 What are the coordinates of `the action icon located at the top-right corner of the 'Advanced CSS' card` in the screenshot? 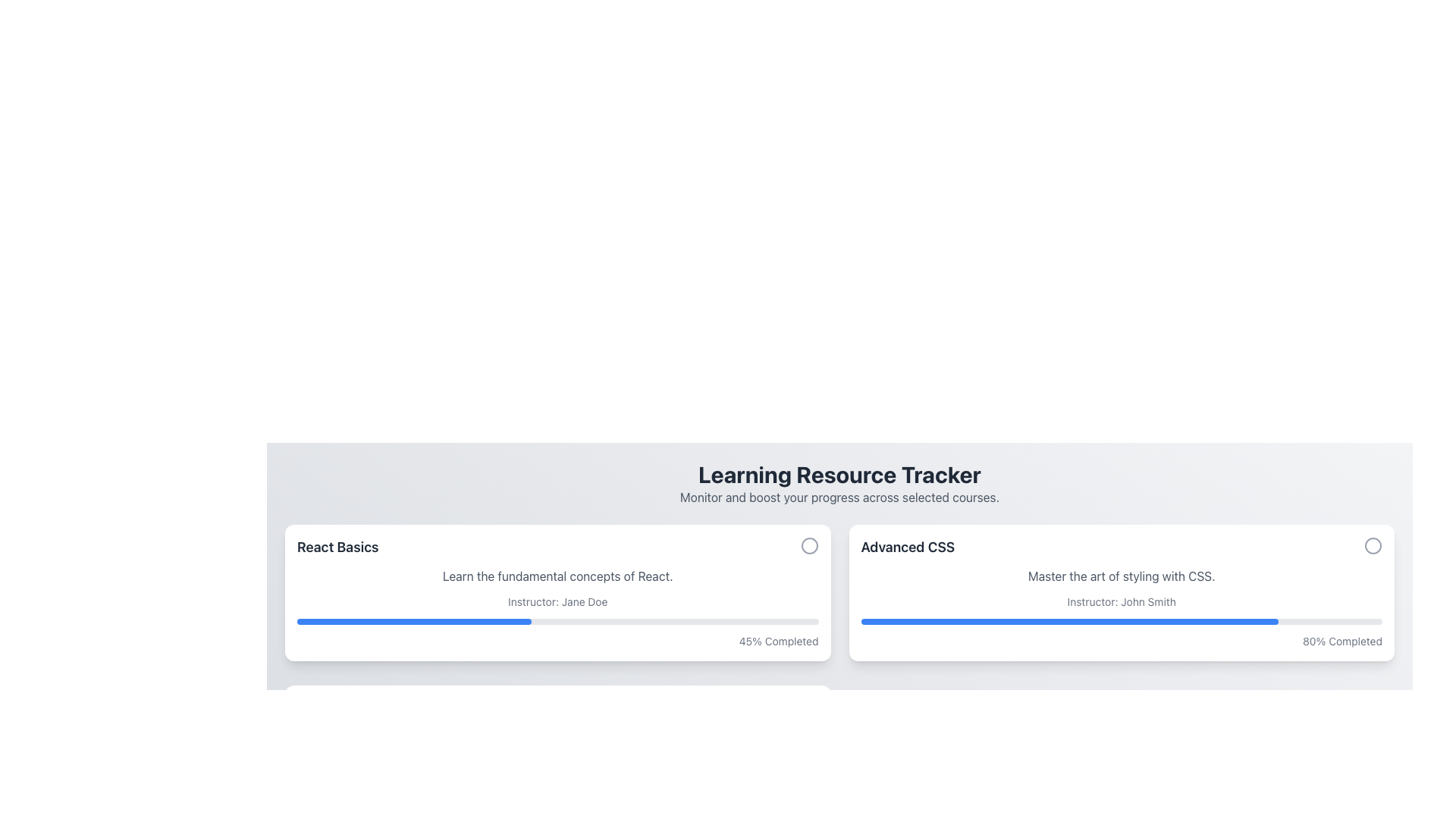 It's located at (1373, 546).